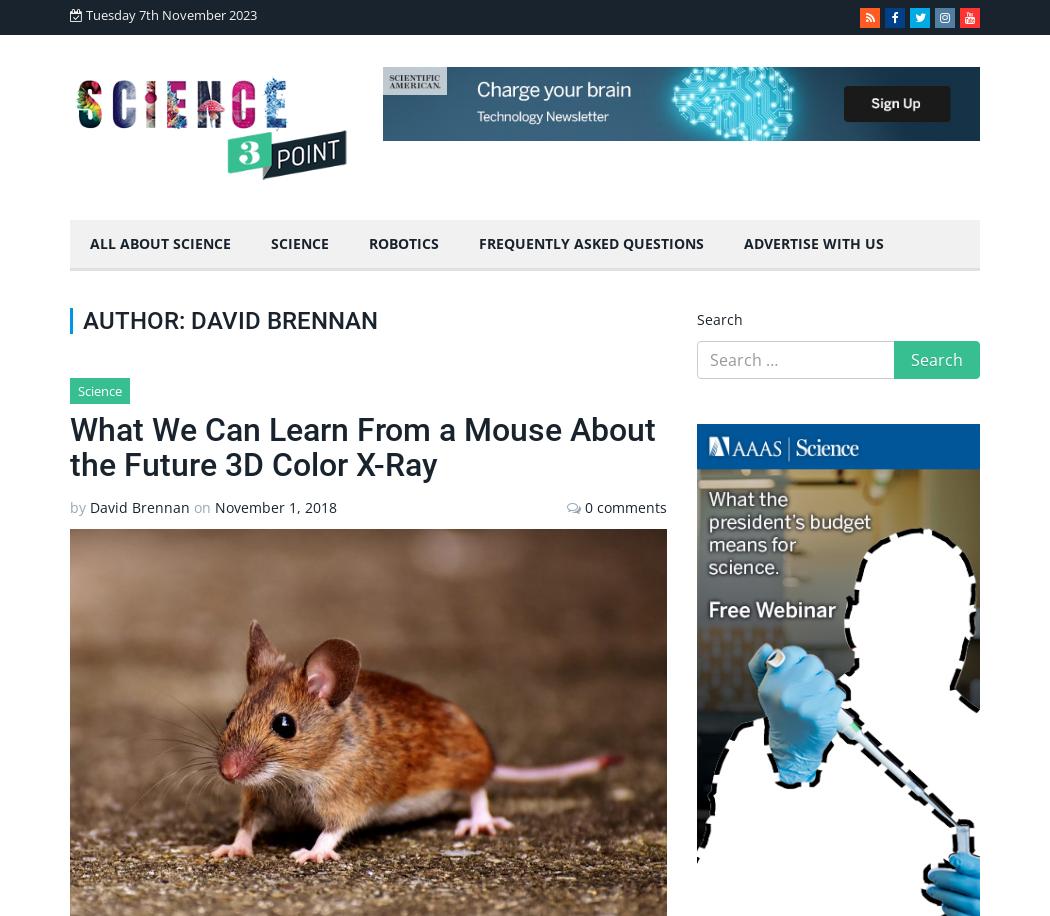 The height and width of the screenshot is (916, 1050). What do you see at coordinates (275, 506) in the screenshot?
I see `'November 1, 2018'` at bounding box center [275, 506].